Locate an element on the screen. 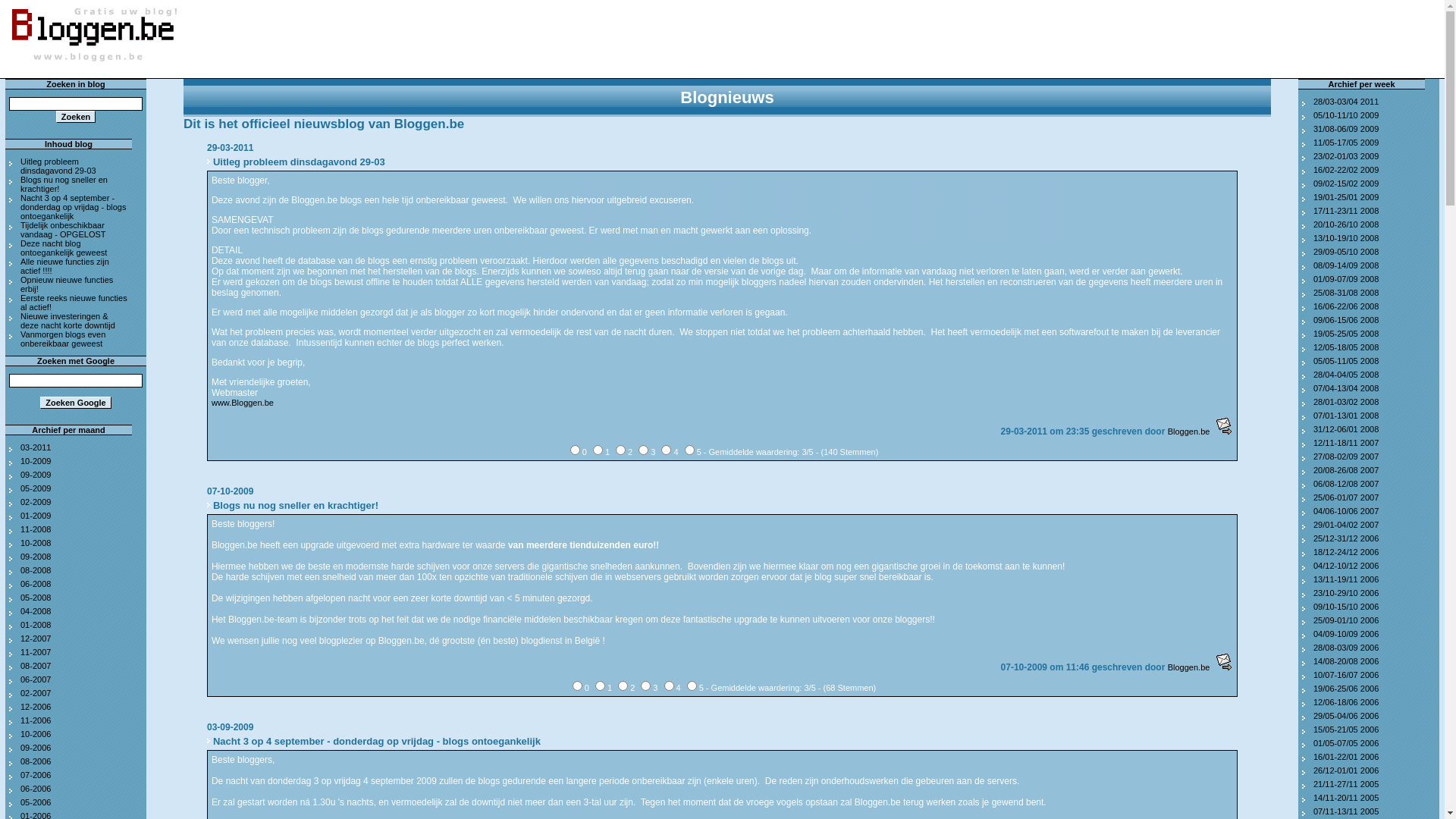  '11-2007' is located at coordinates (36, 651).